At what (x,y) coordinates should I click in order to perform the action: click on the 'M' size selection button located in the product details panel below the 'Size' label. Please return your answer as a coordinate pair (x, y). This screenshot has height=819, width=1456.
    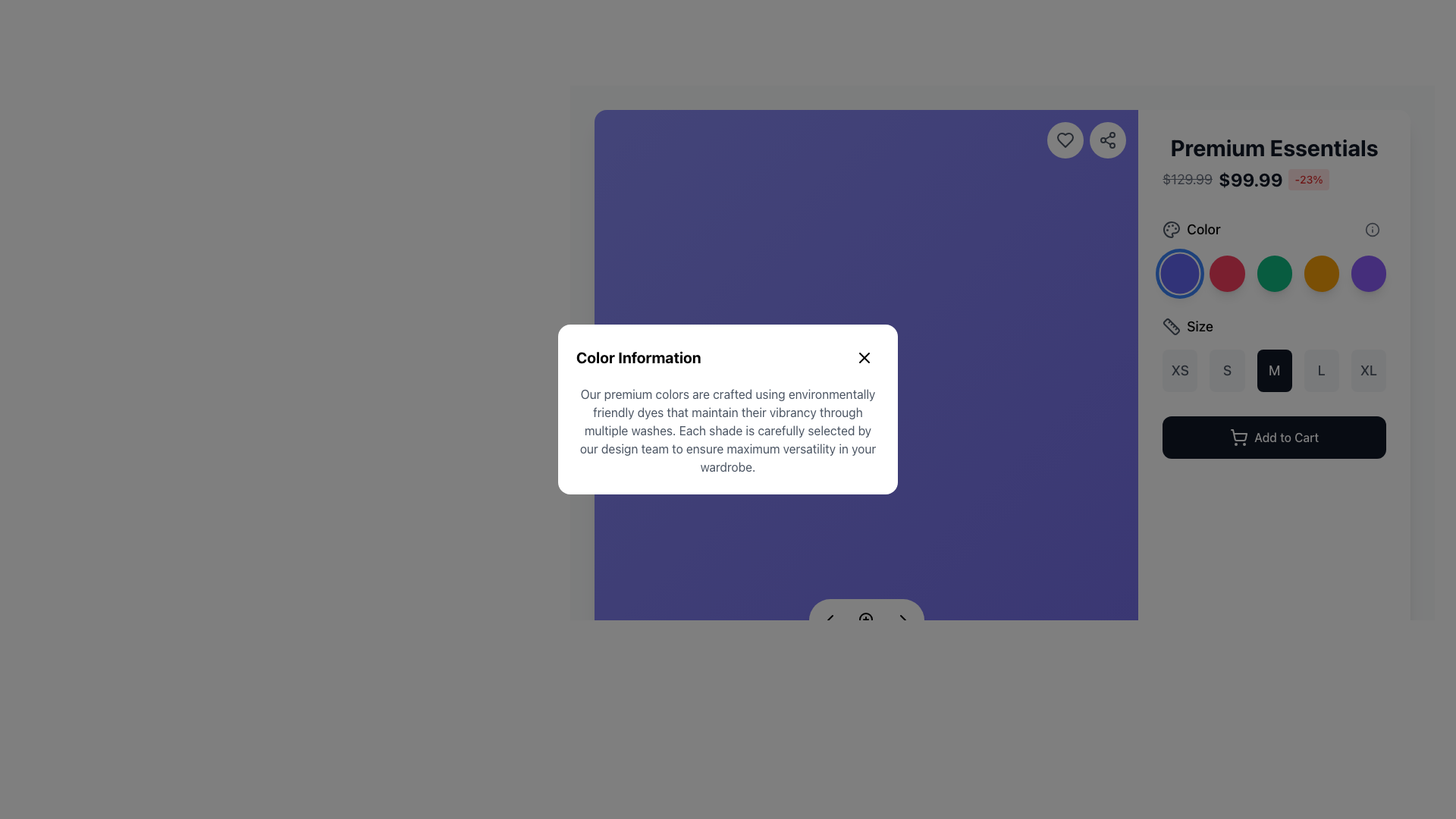
    Looking at the image, I should click on (1274, 353).